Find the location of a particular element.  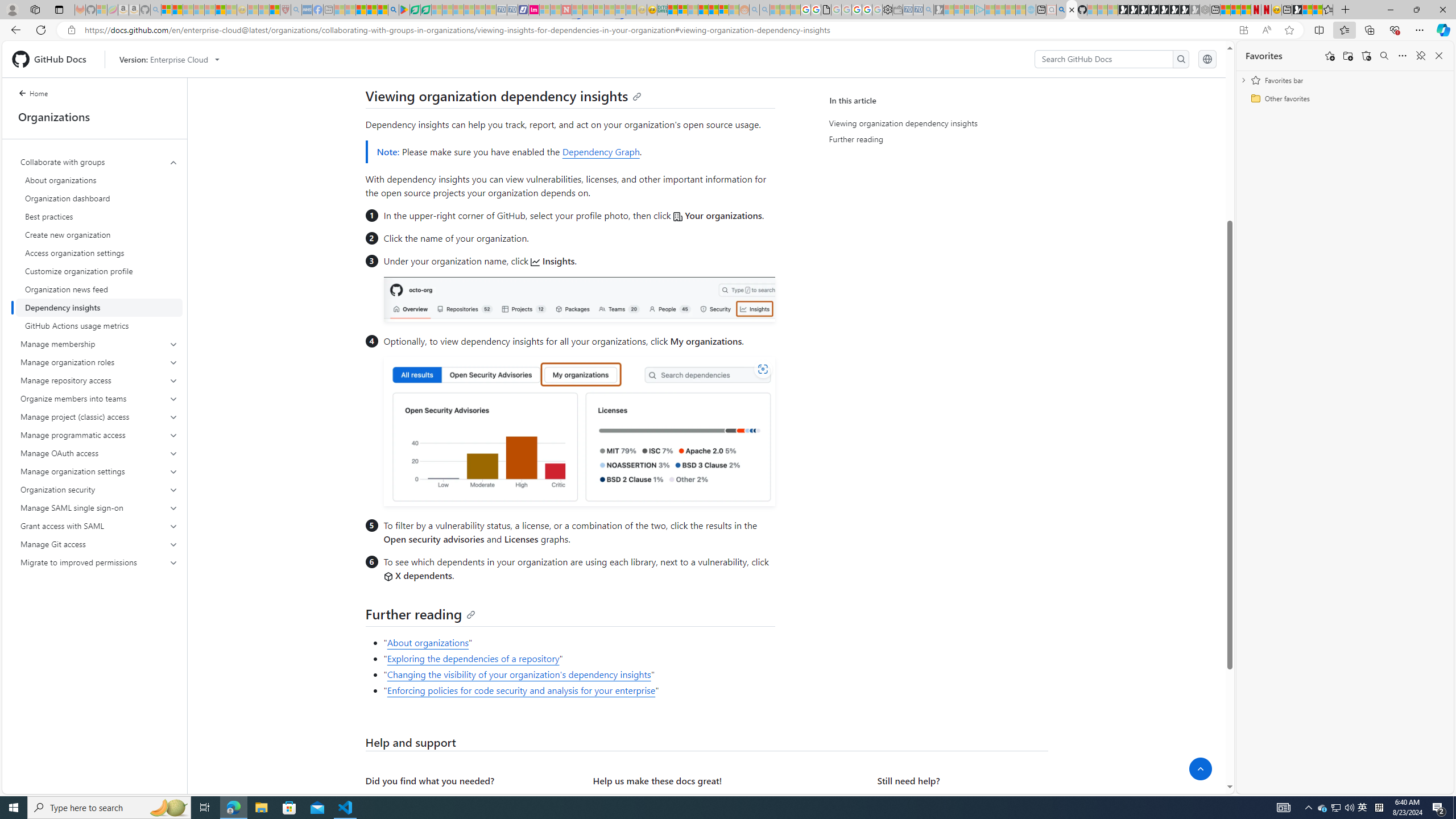

'Migrate to improved permissions' is located at coordinates (100, 562).